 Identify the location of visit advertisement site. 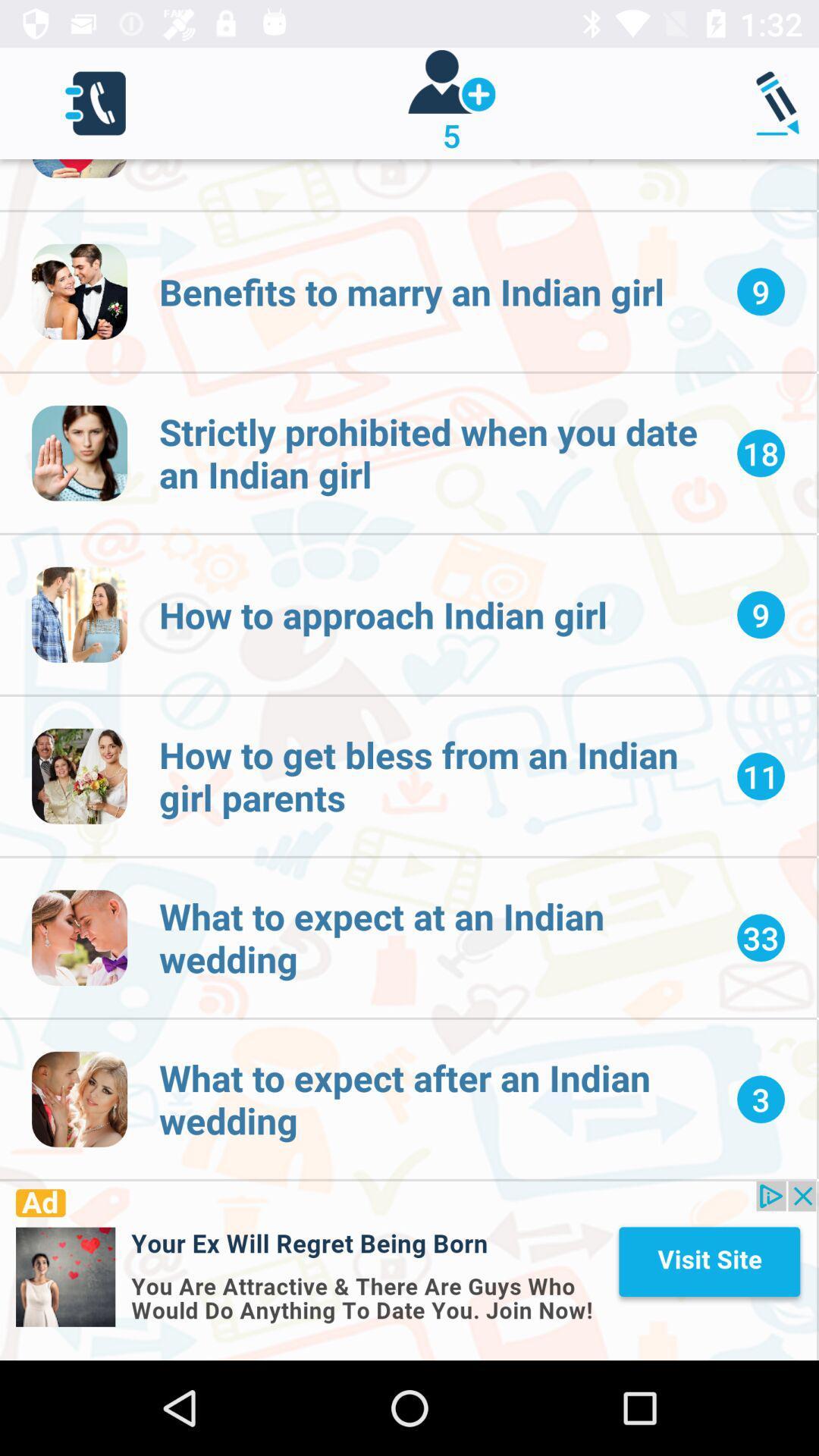
(407, 1270).